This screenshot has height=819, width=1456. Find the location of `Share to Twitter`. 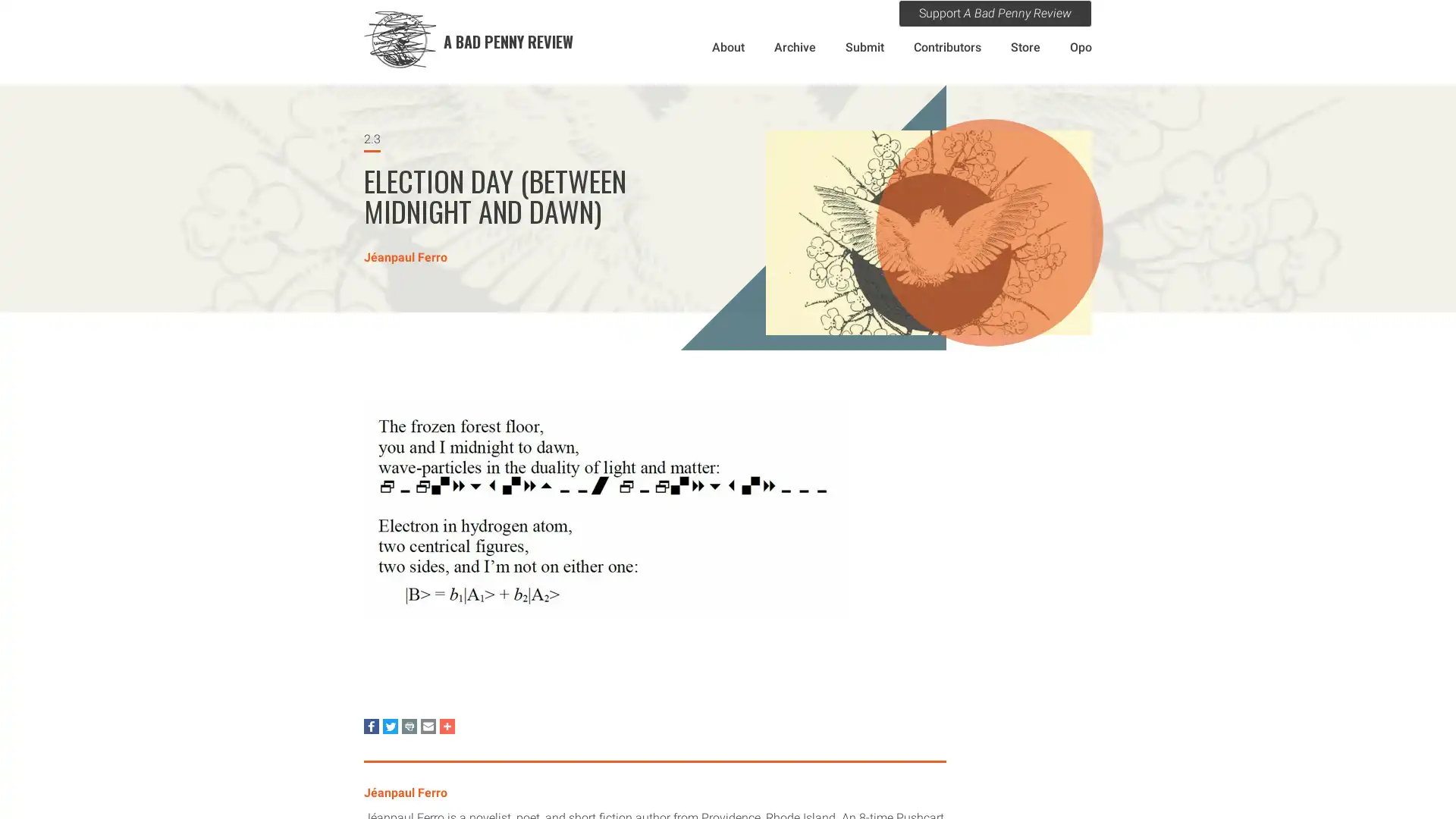

Share to Twitter is located at coordinates (390, 725).